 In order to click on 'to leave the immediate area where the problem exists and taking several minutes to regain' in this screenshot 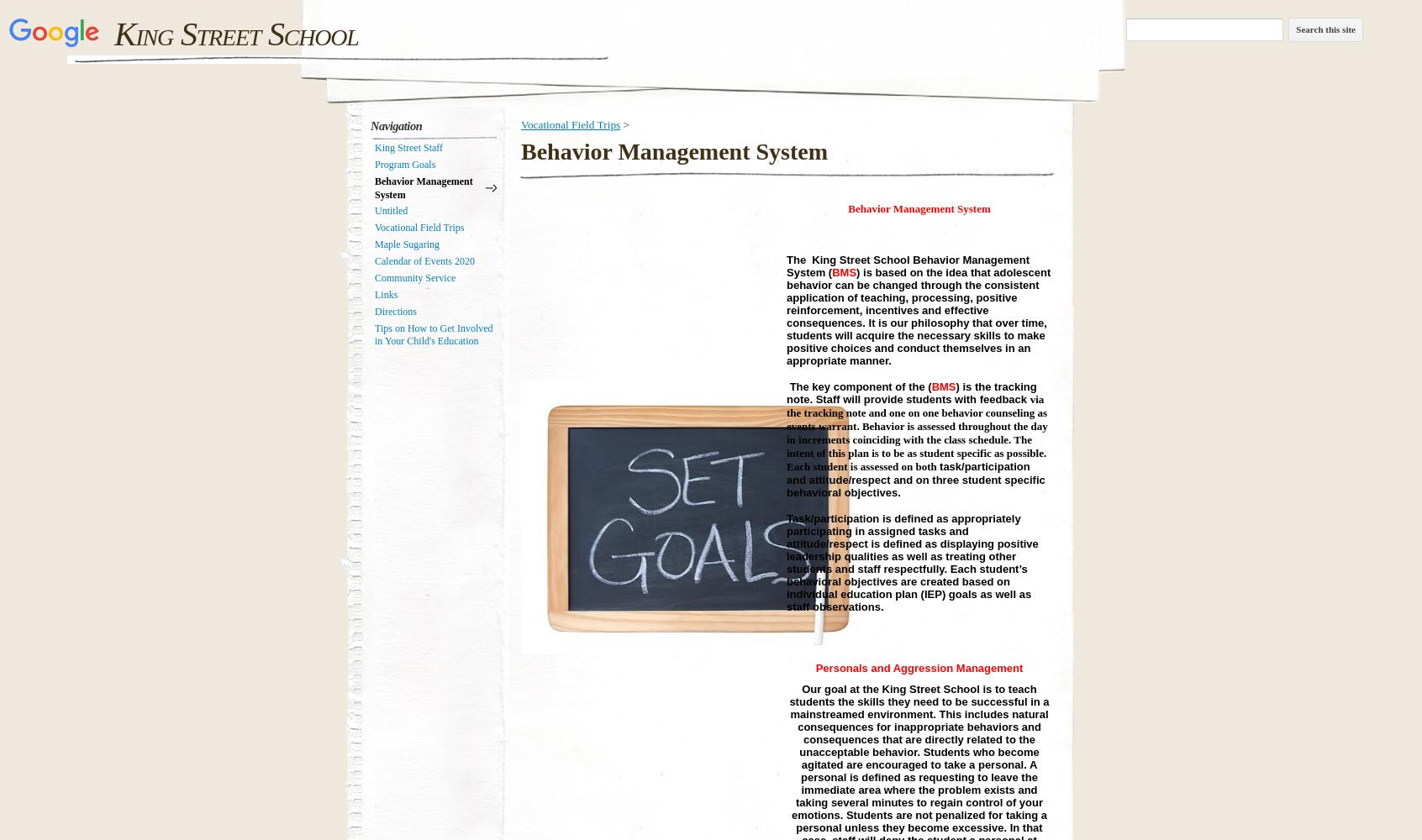, I will do `click(915, 788)`.